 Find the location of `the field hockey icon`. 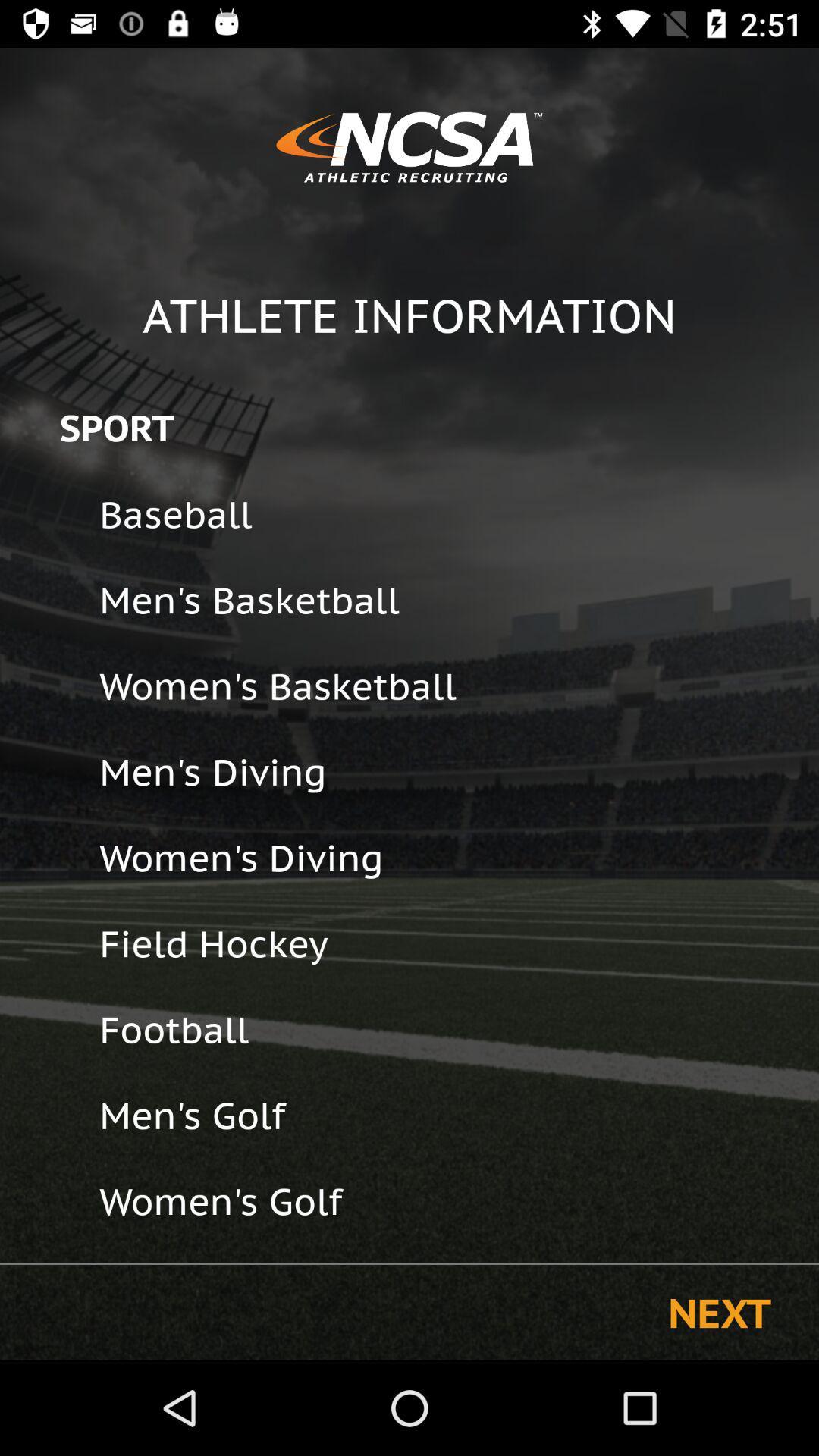

the field hockey icon is located at coordinates (448, 943).